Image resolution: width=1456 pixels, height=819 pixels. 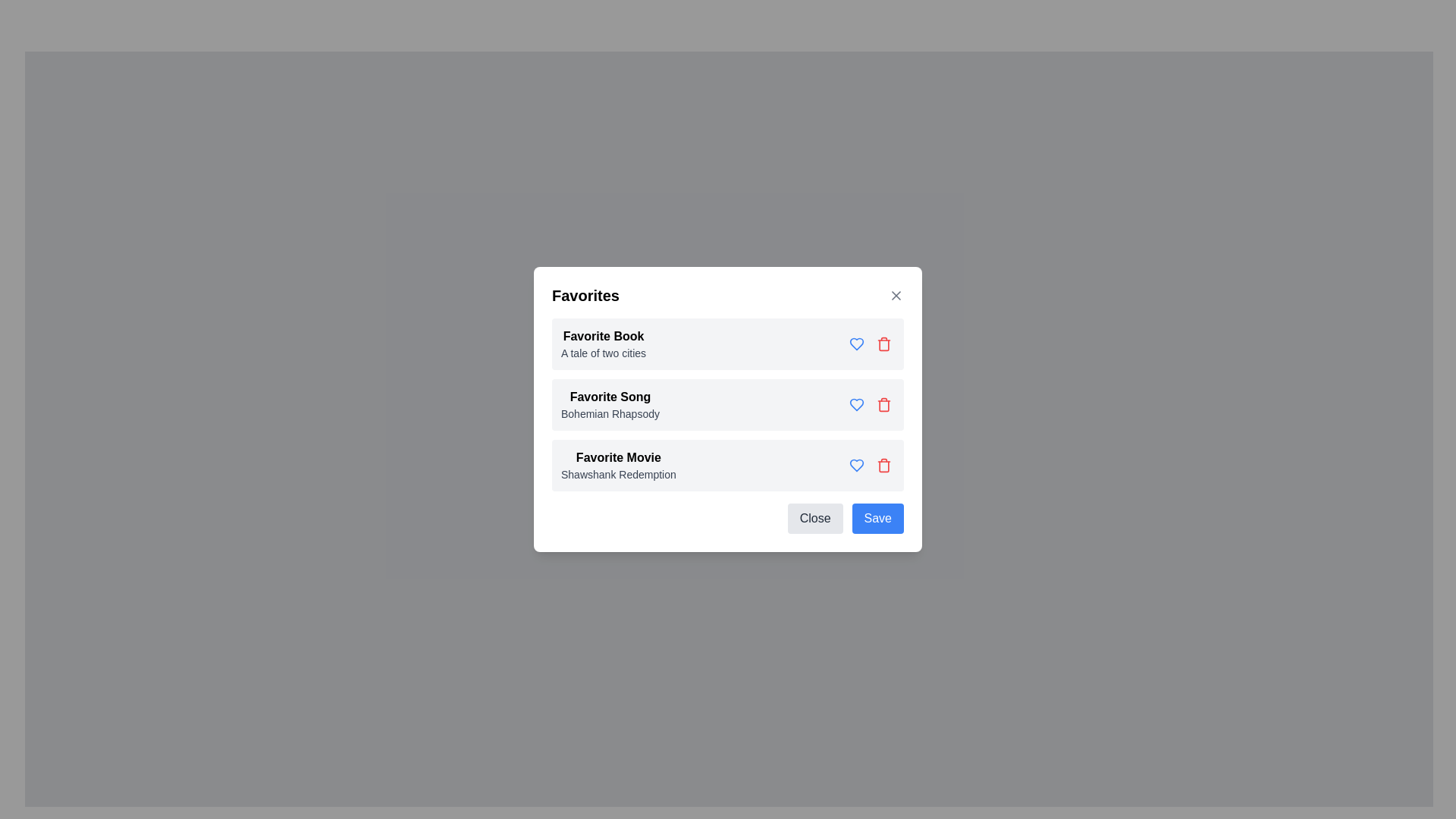 I want to click on the Icon Button indicating an actionable favorite or like option for the song, which is located to the right of the 'Favorite Song' label in the second row of the list inside the modal, so click(x=856, y=403).